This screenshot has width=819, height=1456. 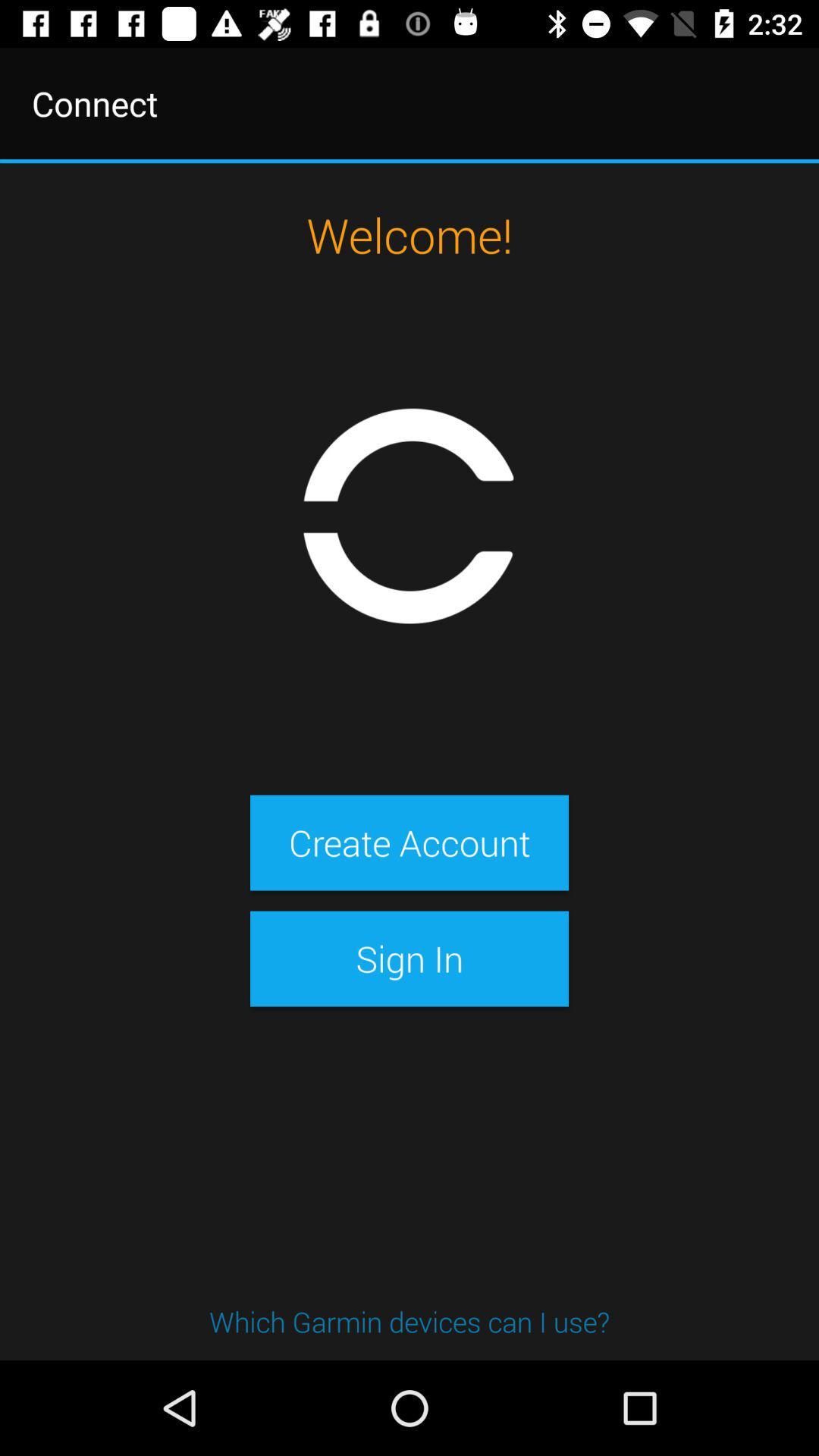 I want to click on sign in icon, so click(x=409, y=958).